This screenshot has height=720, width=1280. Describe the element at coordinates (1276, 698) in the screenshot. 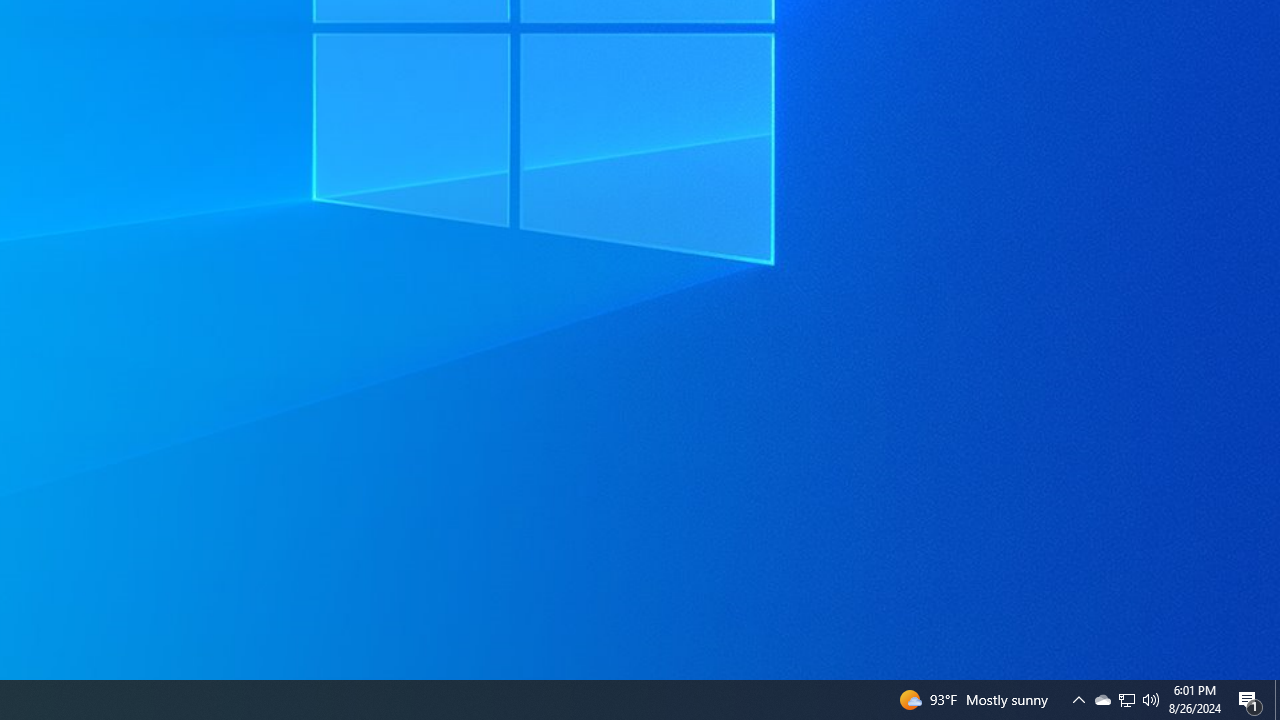

I see `'Action Center, 1 new notification'` at that location.